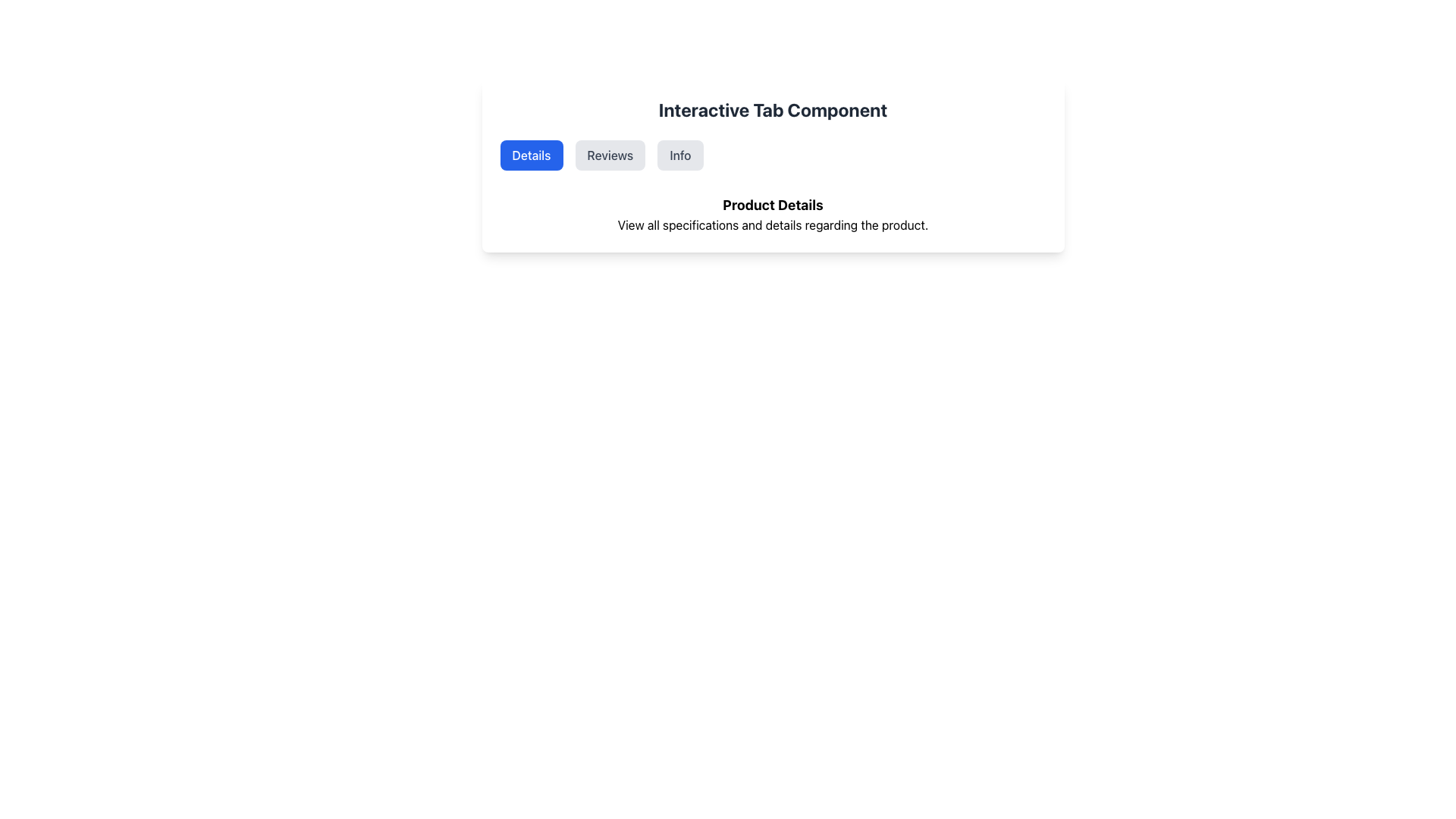  Describe the element at coordinates (773, 109) in the screenshot. I see `the Static Text element displaying 'Interactive Tab Component', which is styled in bold and large dark gray font and serves as the header for the section` at that location.